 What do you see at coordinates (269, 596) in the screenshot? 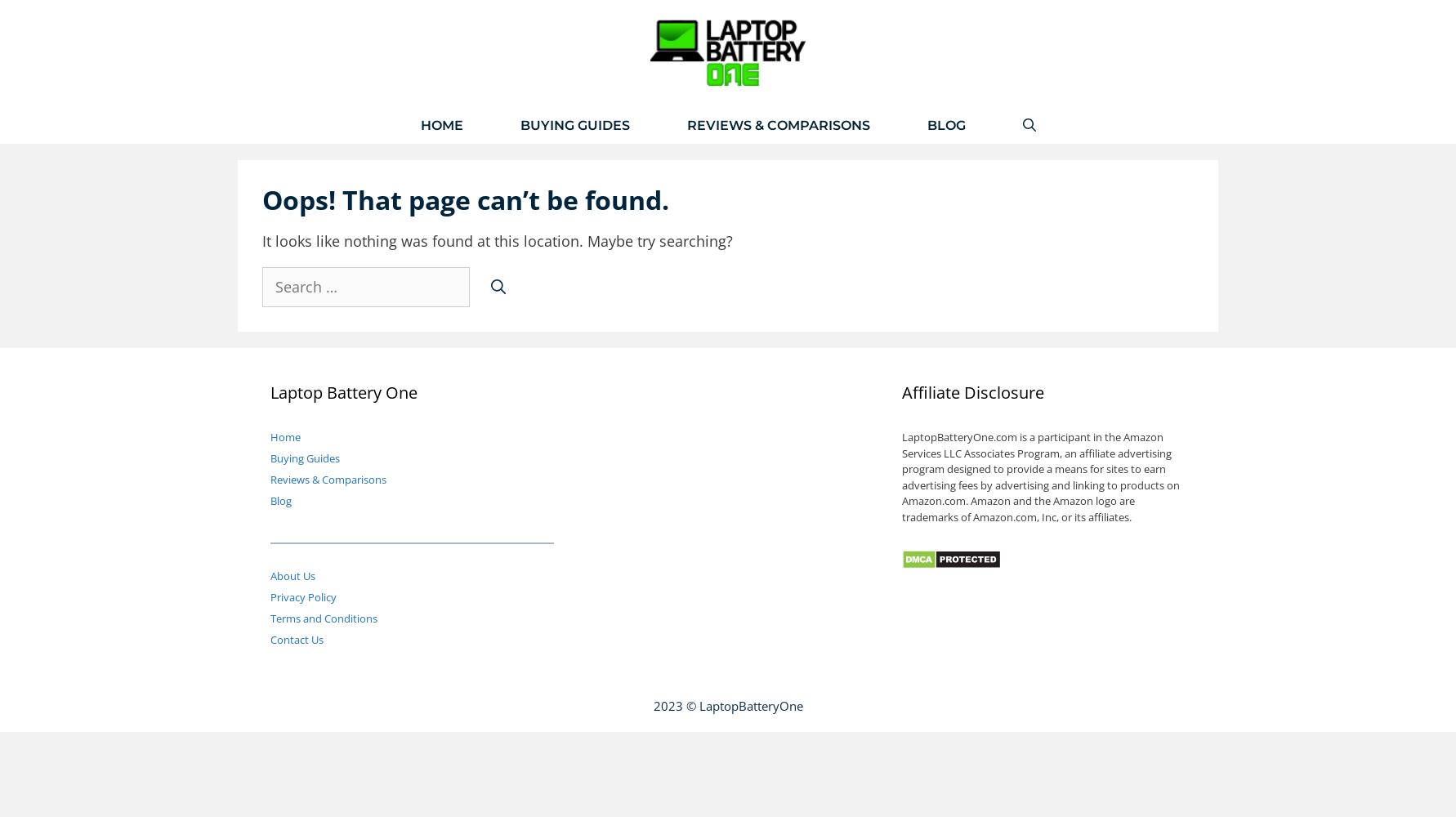
I see `'Privacy Policy'` at bounding box center [269, 596].